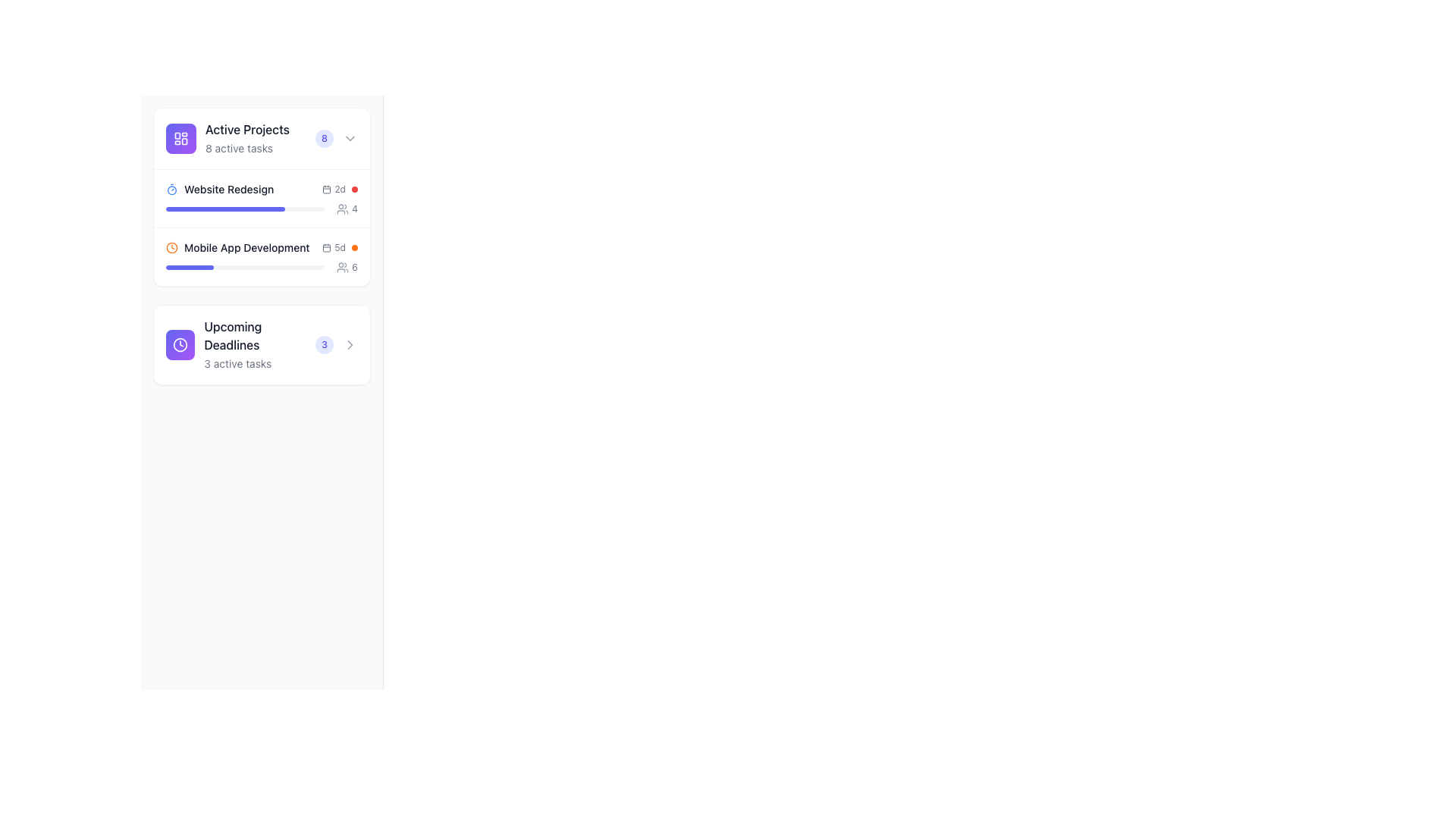 The image size is (1456, 819). I want to click on the small text label displaying the number '4', which is styled in light gray and positioned to the right of a user icon in the 'Mobile App Development' section under 'Active Projects', so click(354, 209).